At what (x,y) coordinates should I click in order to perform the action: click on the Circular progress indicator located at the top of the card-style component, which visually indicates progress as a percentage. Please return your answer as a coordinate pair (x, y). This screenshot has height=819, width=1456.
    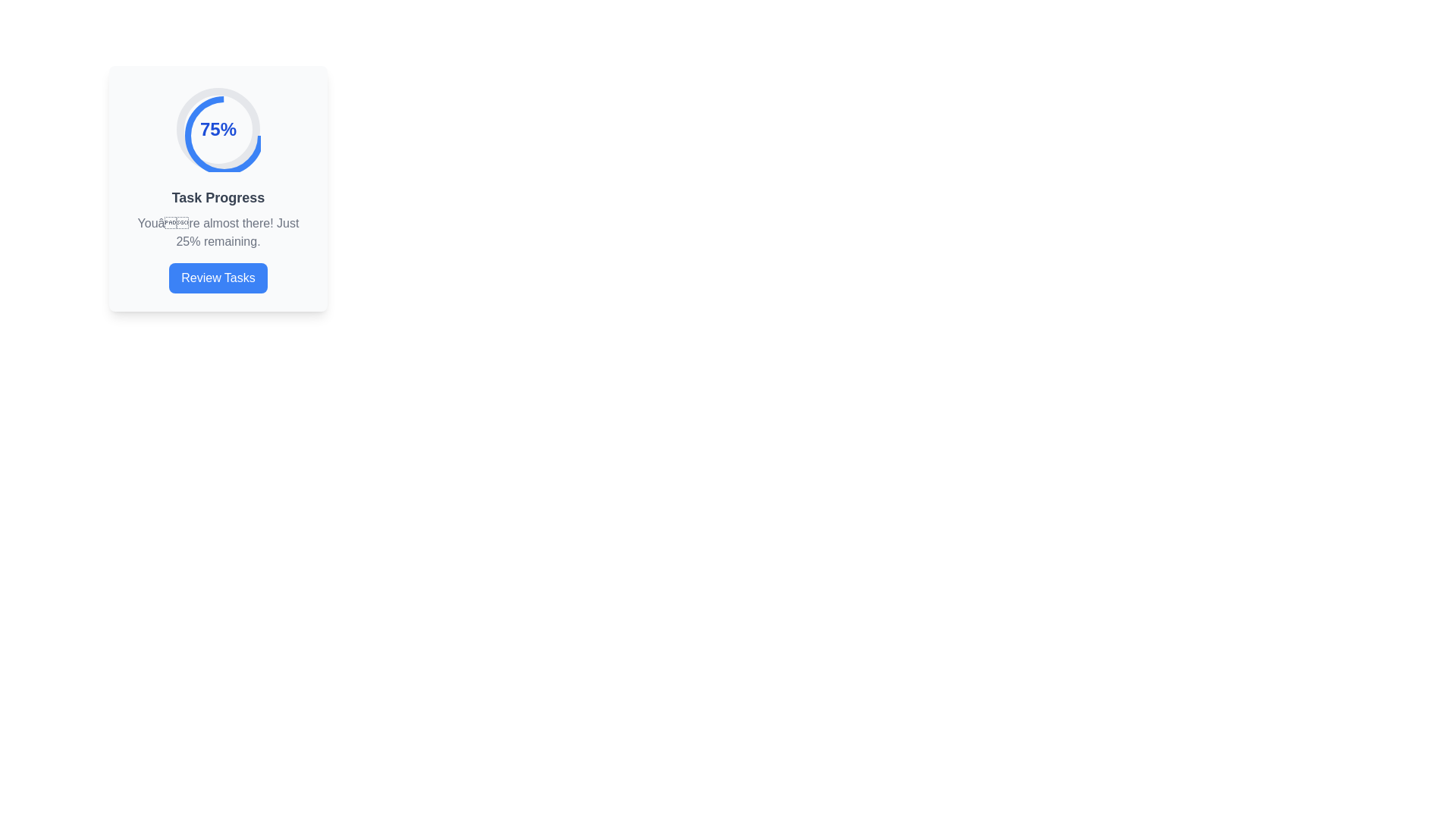
    Looking at the image, I should click on (224, 134).